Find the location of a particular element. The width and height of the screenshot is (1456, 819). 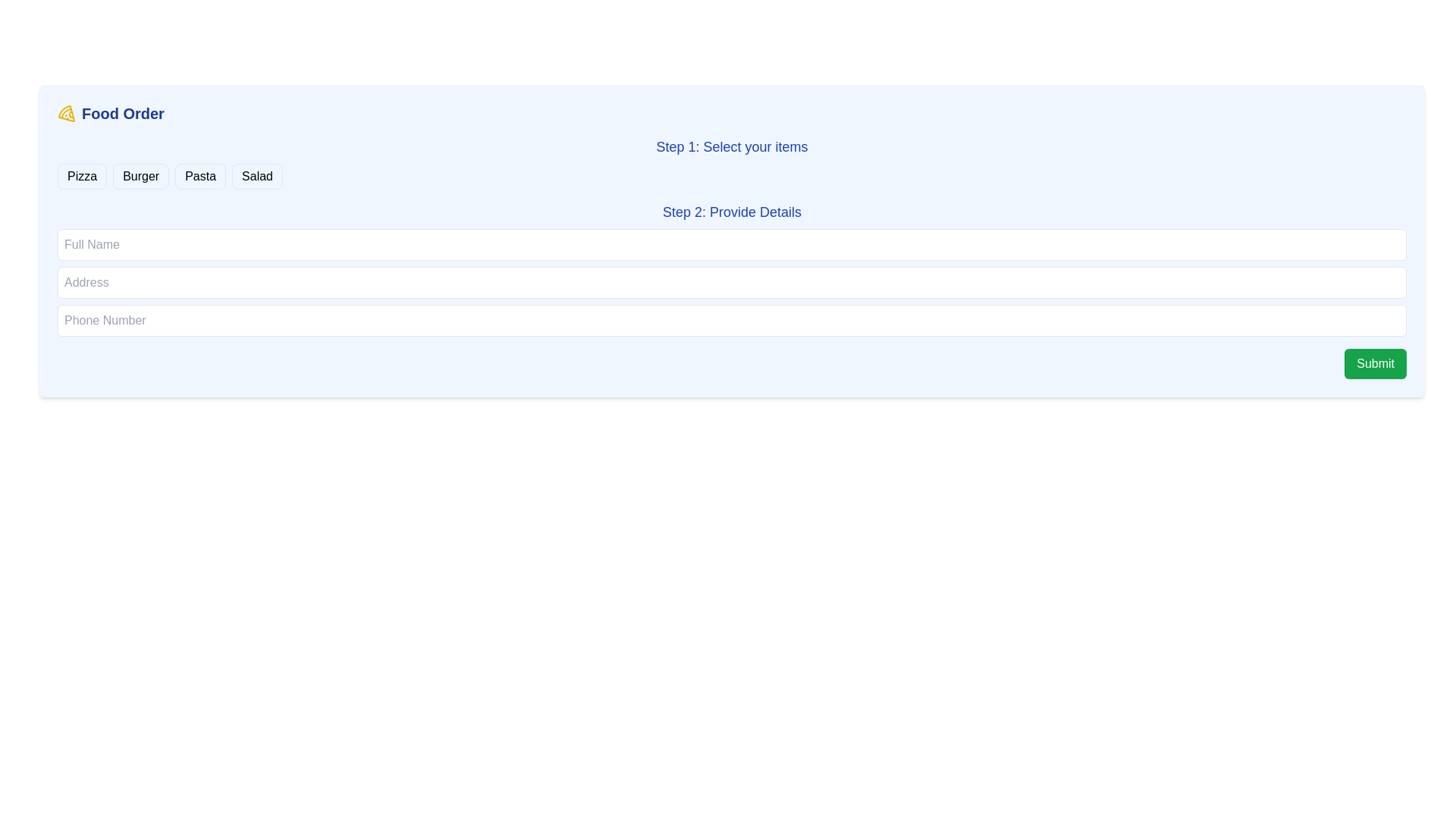

the 'Salad' button, which is a rounded rectangle with a white background located centrally at the top of the form area below the 'Food Order' title is located at coordinates (257, 175).